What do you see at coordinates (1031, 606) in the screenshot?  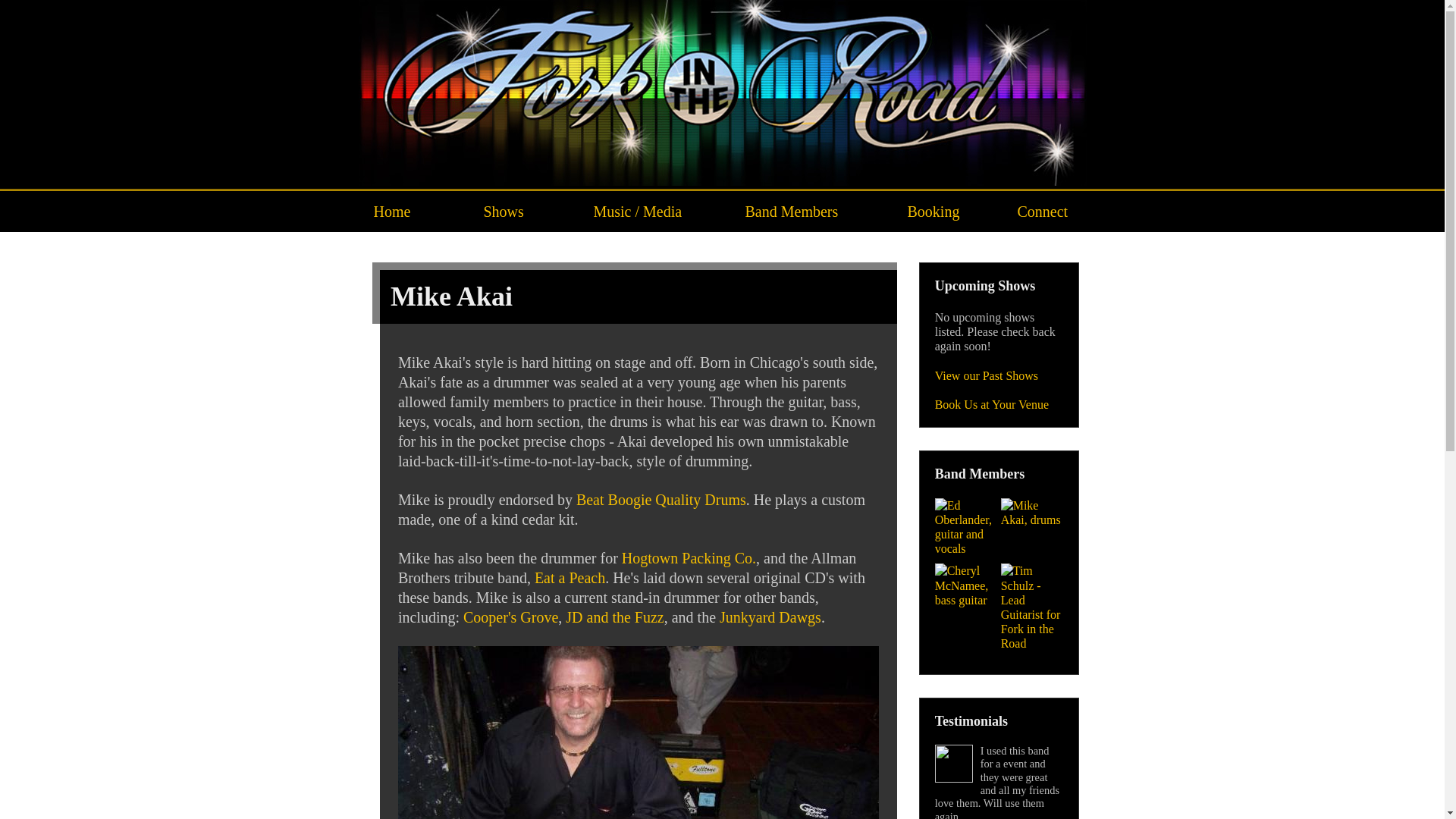 I see `'Tim Schulz - Lead Guitarist for Fork in the Road'` at bounding box center [1031, 606].